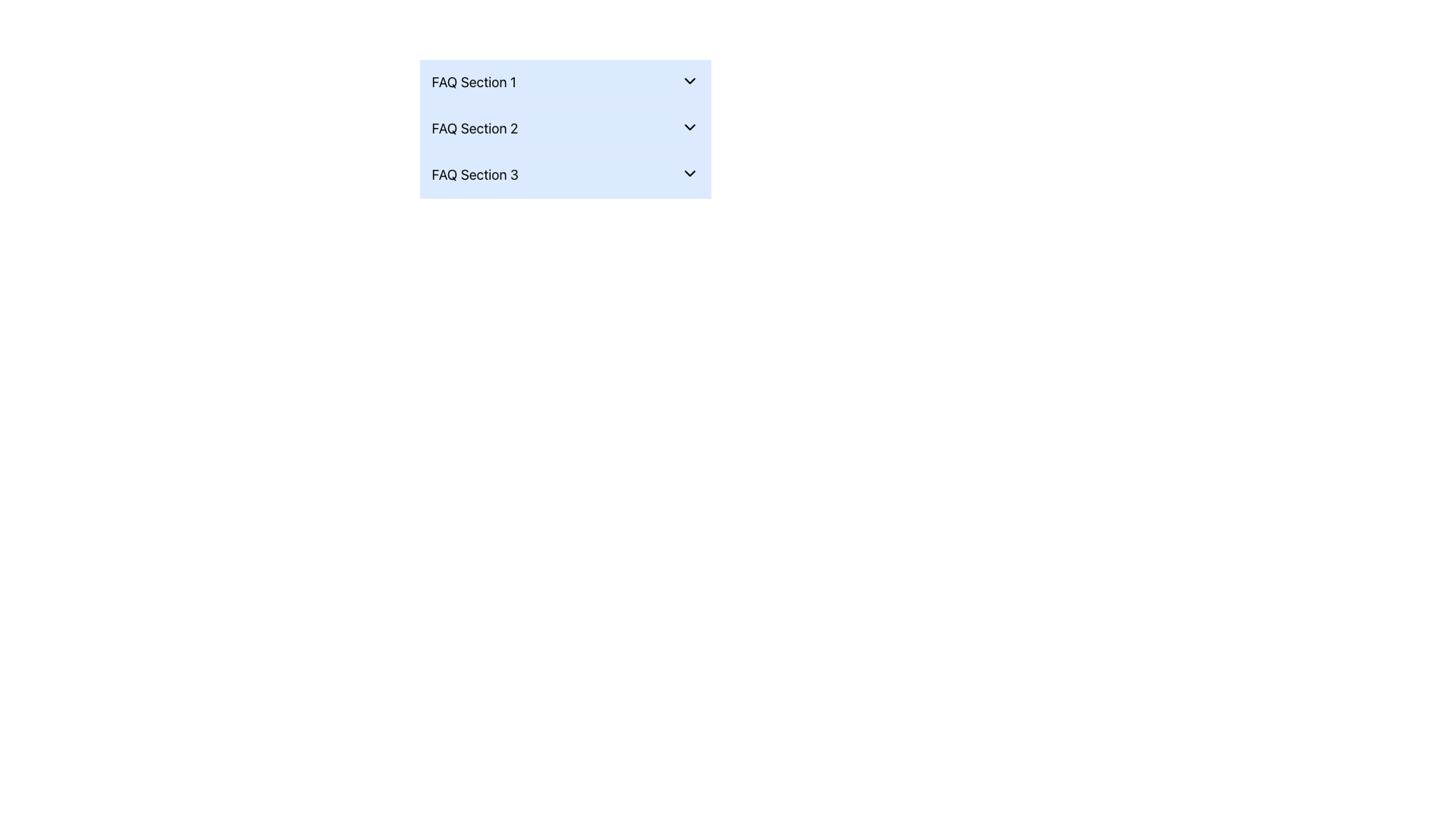 This screenshot has width=1456, height=819. I want to click on the first button element in the vertical list, so click(564, 82).